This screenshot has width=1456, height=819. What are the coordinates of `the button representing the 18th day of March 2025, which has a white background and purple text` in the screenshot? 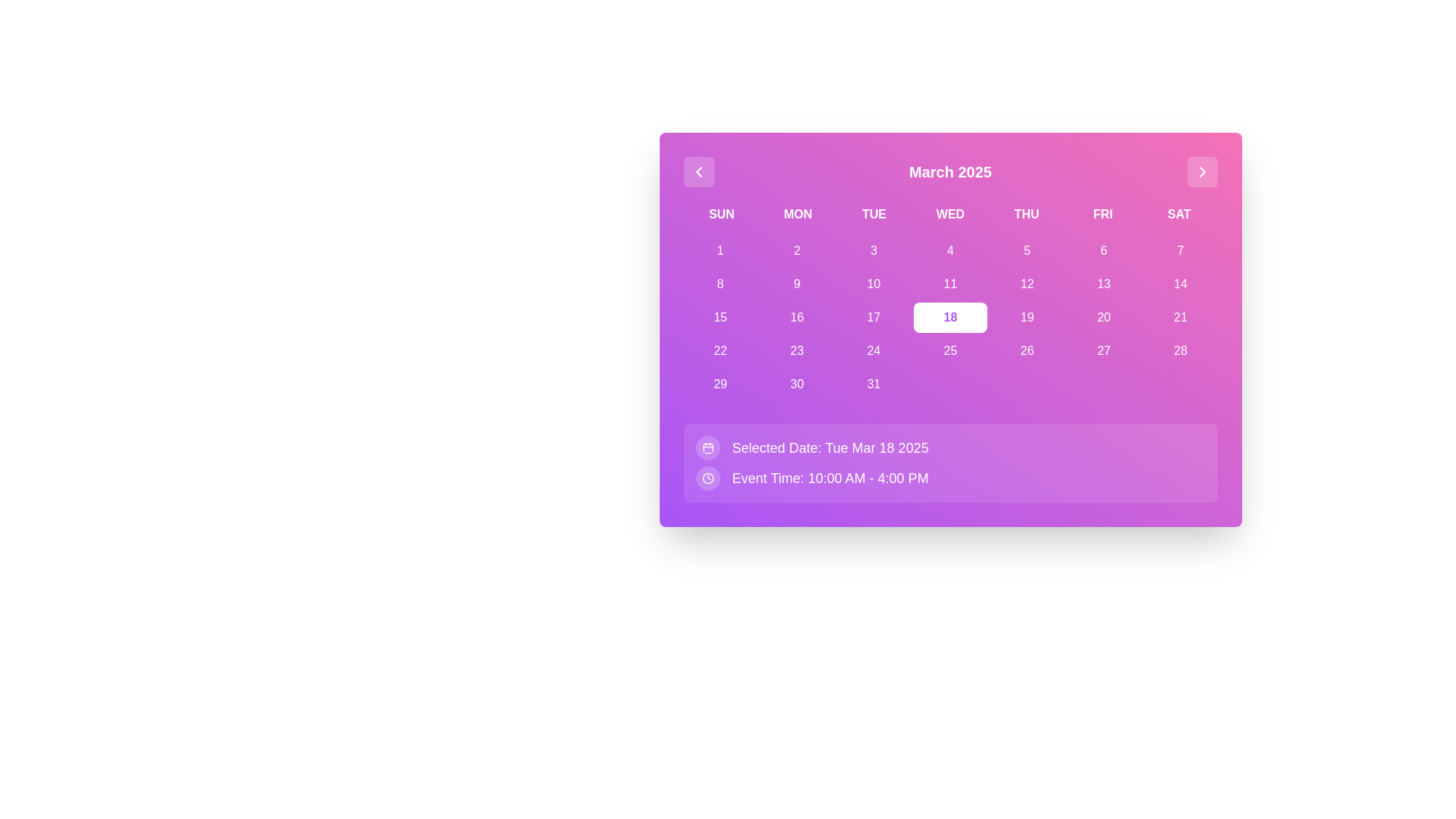 It's located at (949, 317).